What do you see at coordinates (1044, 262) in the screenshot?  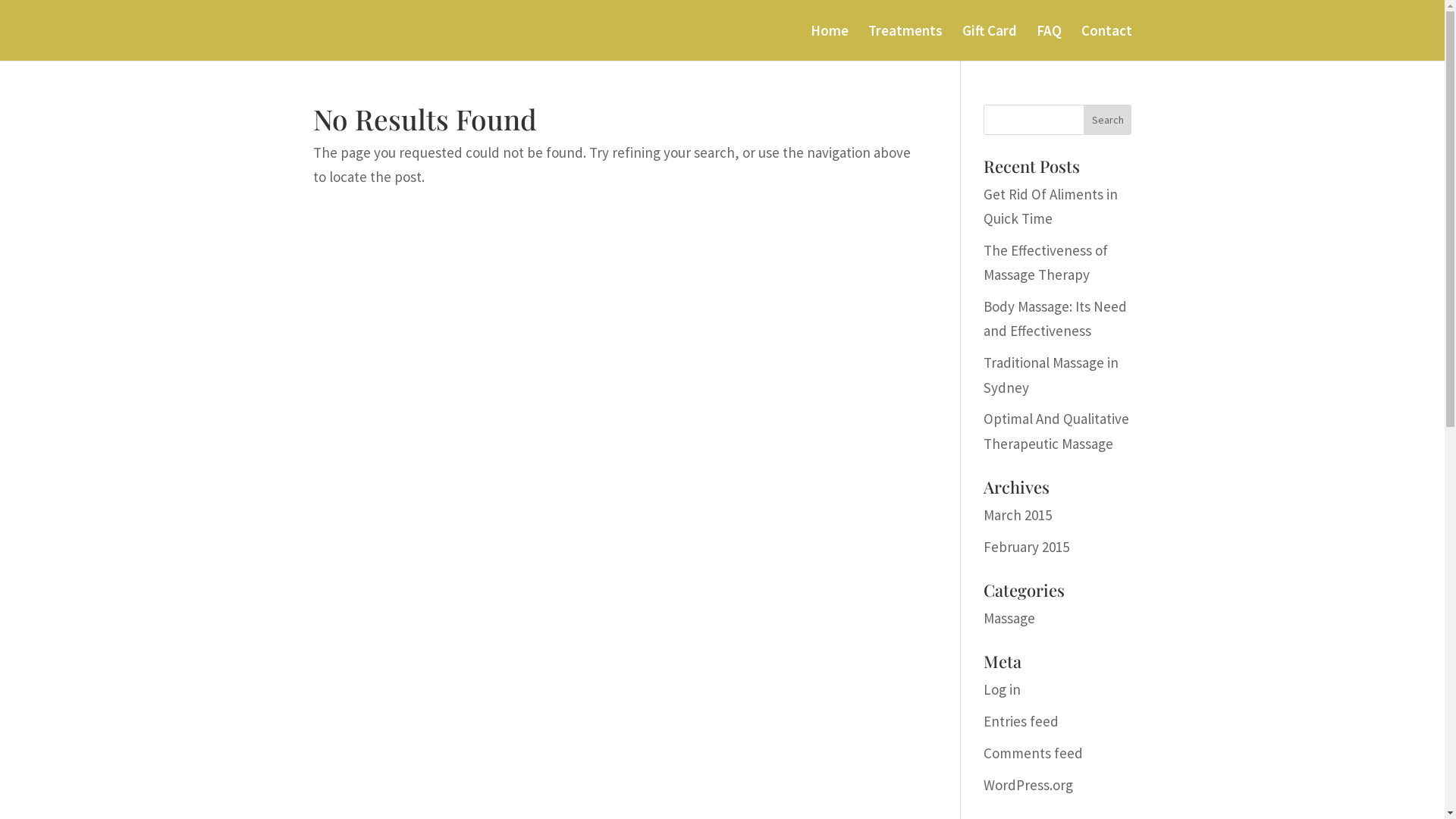 I see `'The Effectiveness of Massage Therapy'` at bounding box center [1044, 262].